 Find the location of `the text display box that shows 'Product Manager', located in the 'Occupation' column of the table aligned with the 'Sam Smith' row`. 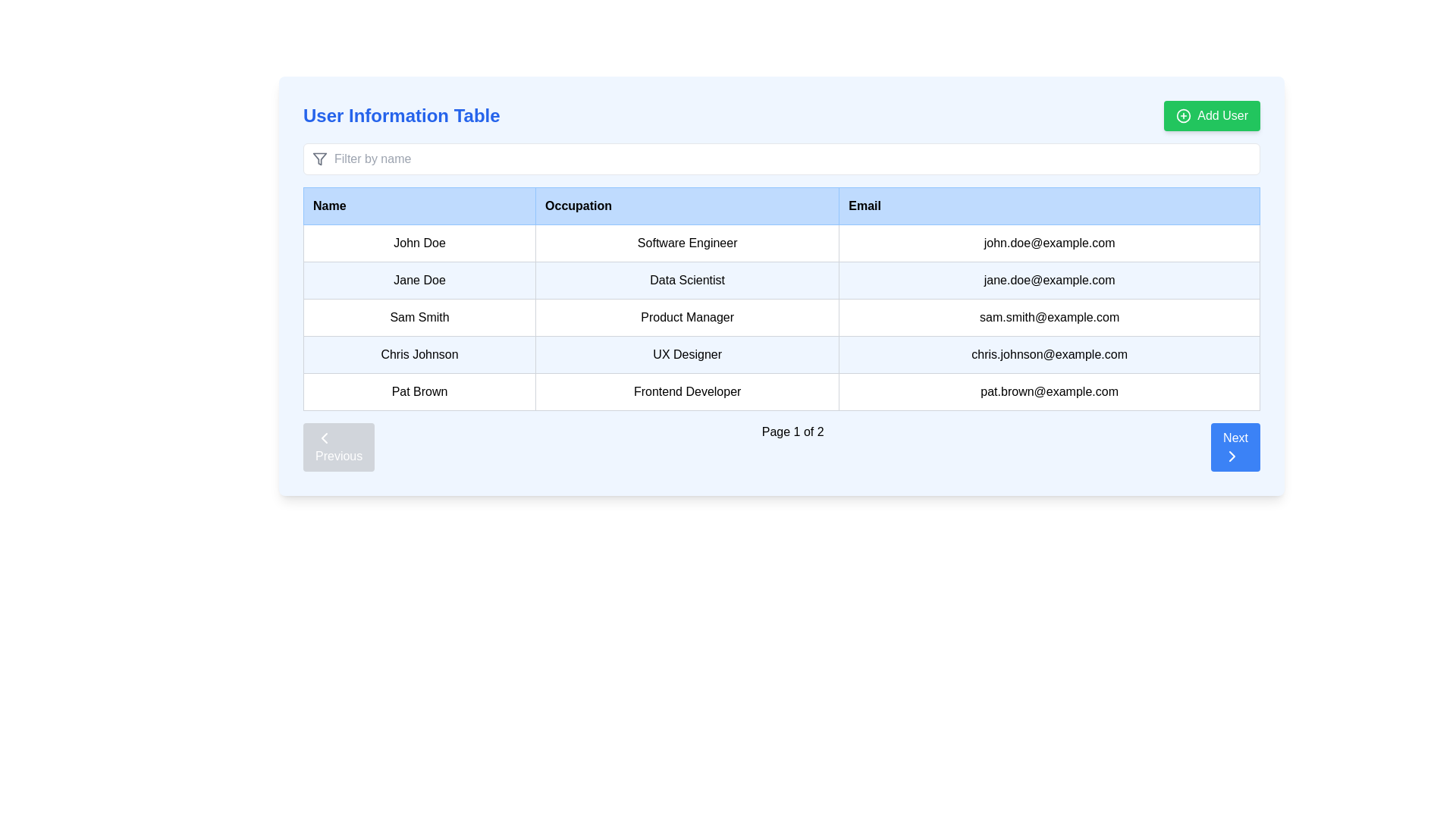

the text display box that shows 'Product Manager', located in the 'Occupation' column of the table aligned with the 'Sam Smith' row is located at coordinates (686, 317).